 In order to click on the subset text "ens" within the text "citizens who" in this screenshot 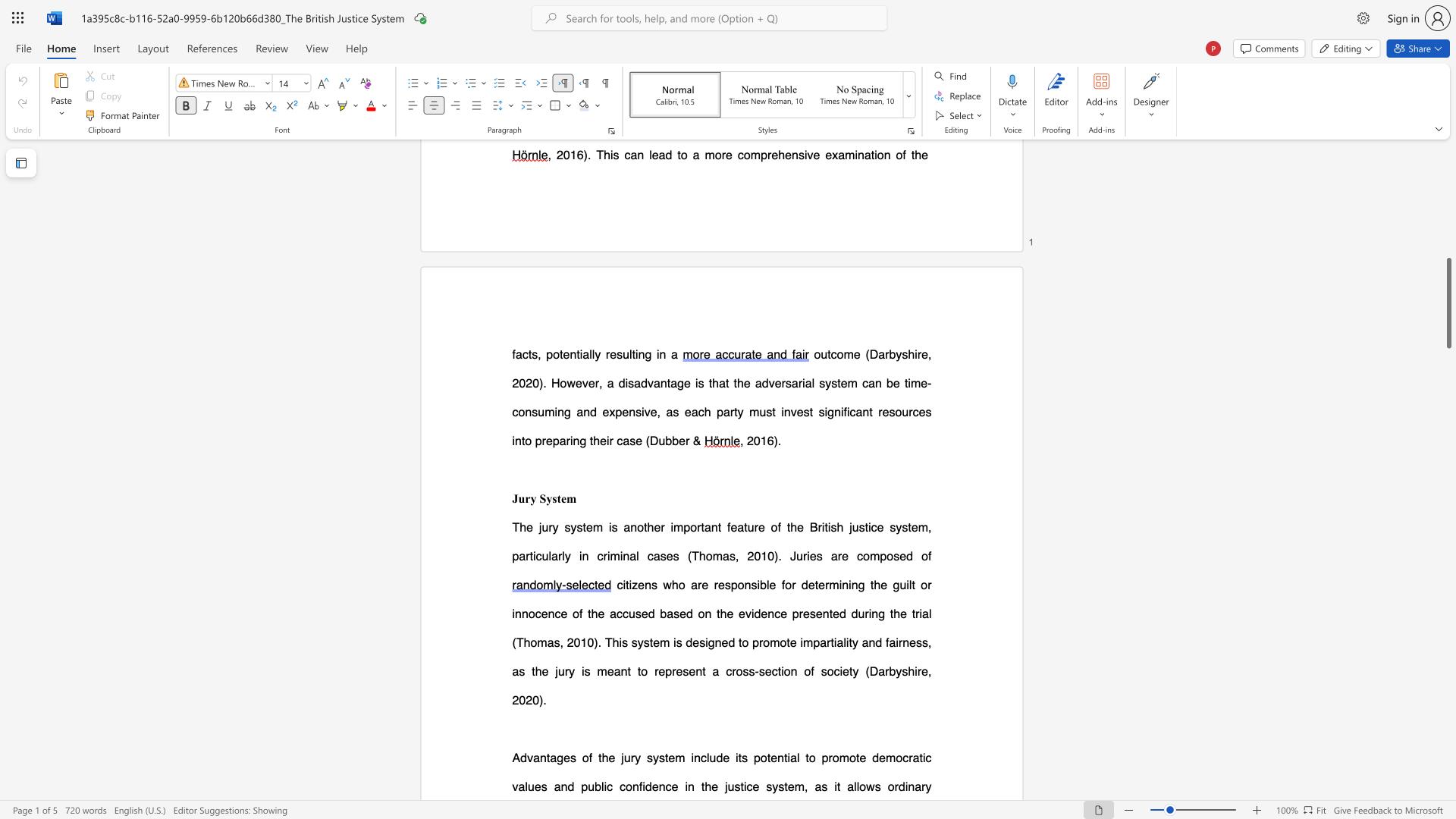, I will do `click(638, 584)`.